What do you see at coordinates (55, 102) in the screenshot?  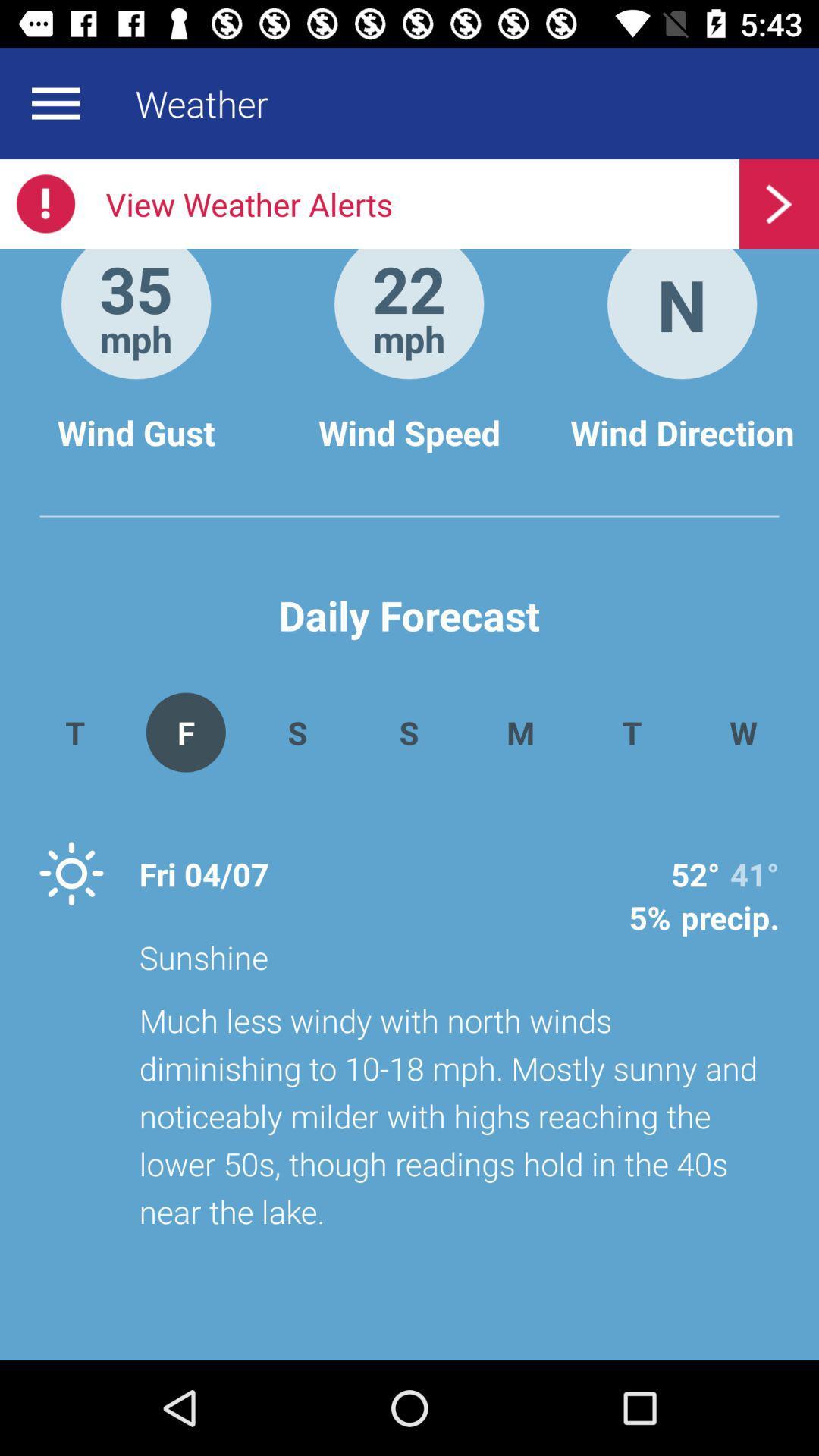 I see `the menu icon` at bounding box center [55, 102].